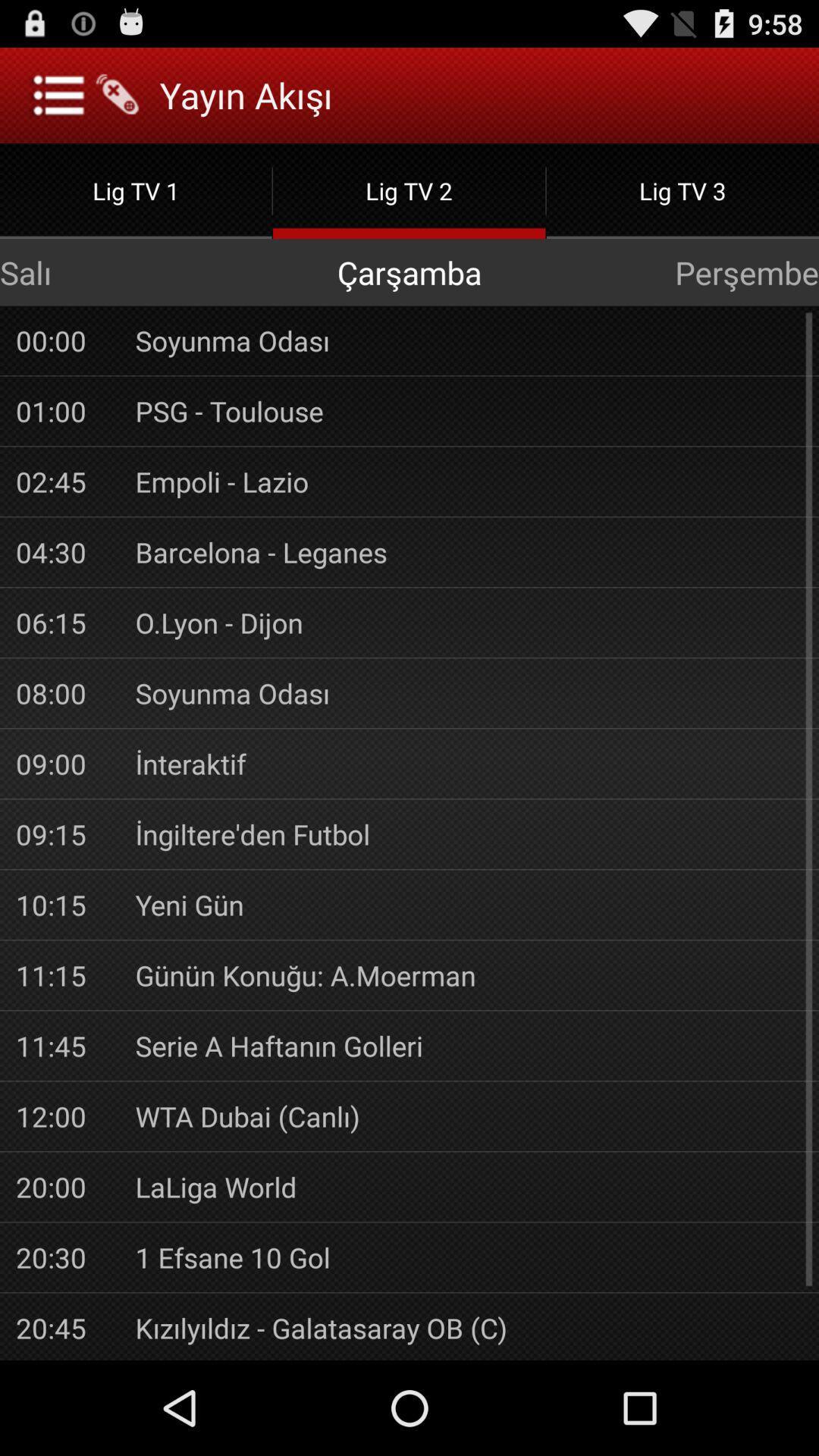  What do you see at coordinates (468, 1327) in the screenshot?
I see `the app below the 1 efsane 10 item` at bounding box center [468, 1327].